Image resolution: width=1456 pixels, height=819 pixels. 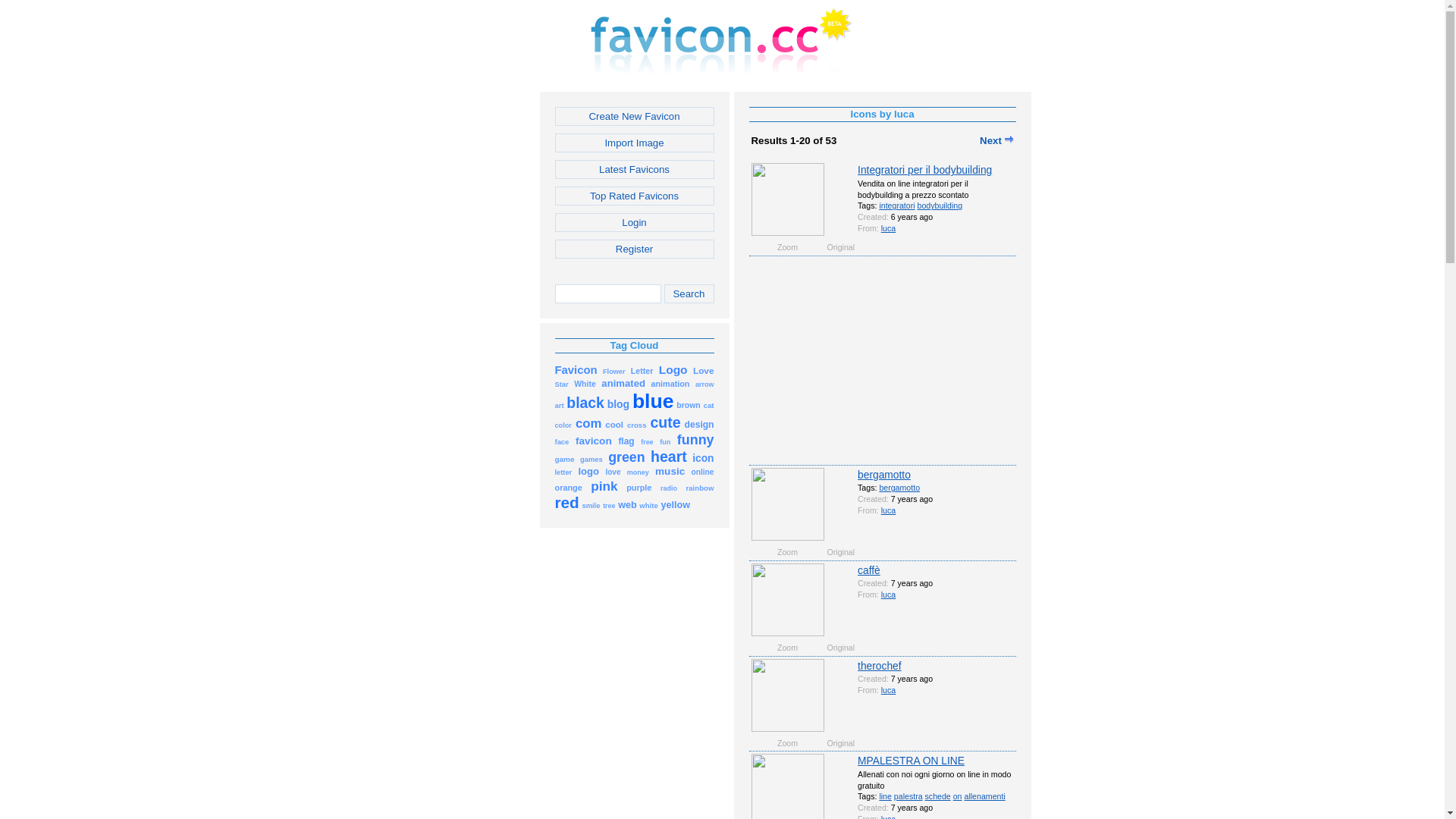 What do you see at coordinates (665, 424) in the screenshot?
I see `'cute'` at bounding box center [665, 424].